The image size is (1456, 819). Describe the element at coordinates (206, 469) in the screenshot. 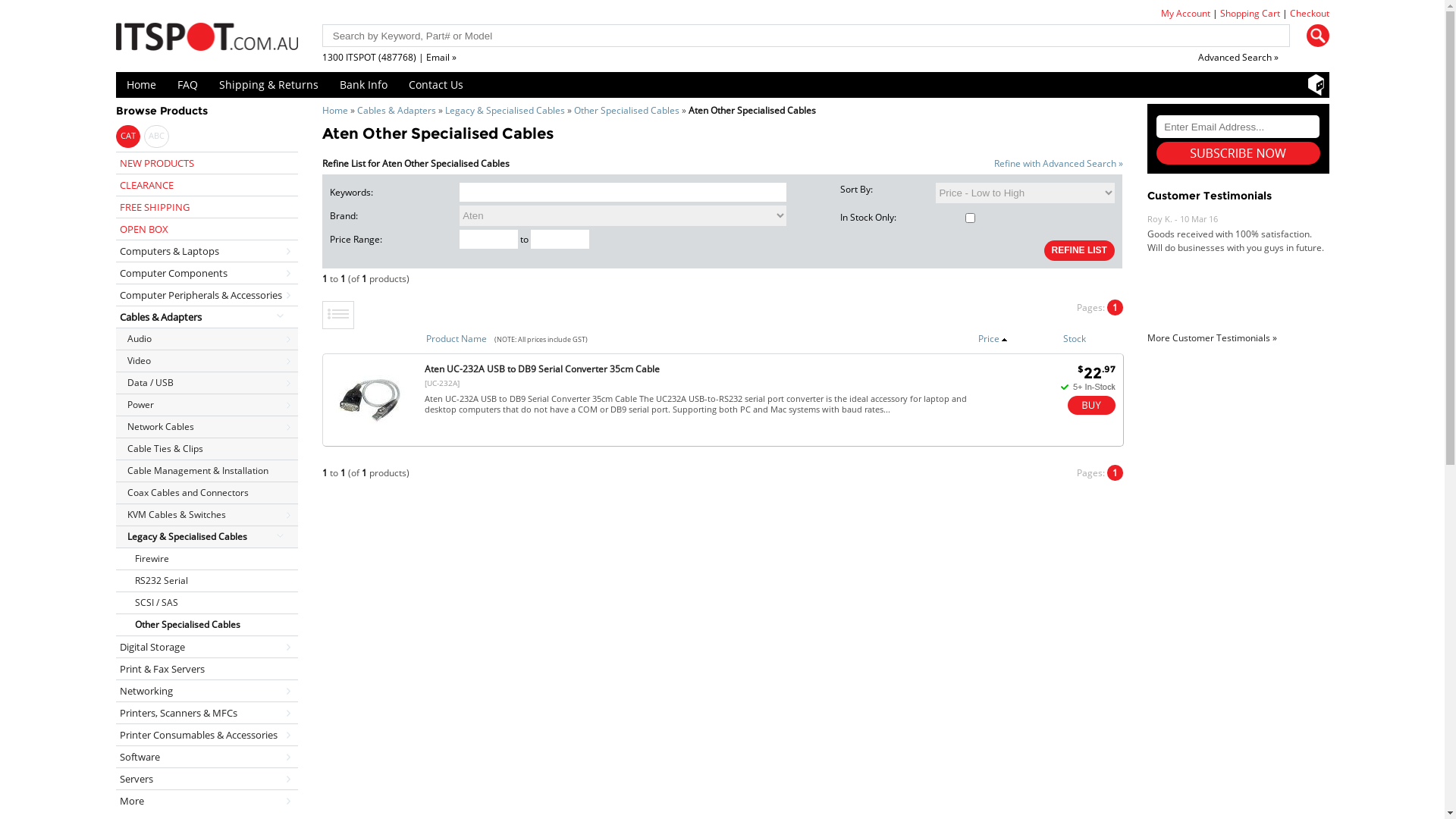

I see `'Cable Management & Installation'` at that location.